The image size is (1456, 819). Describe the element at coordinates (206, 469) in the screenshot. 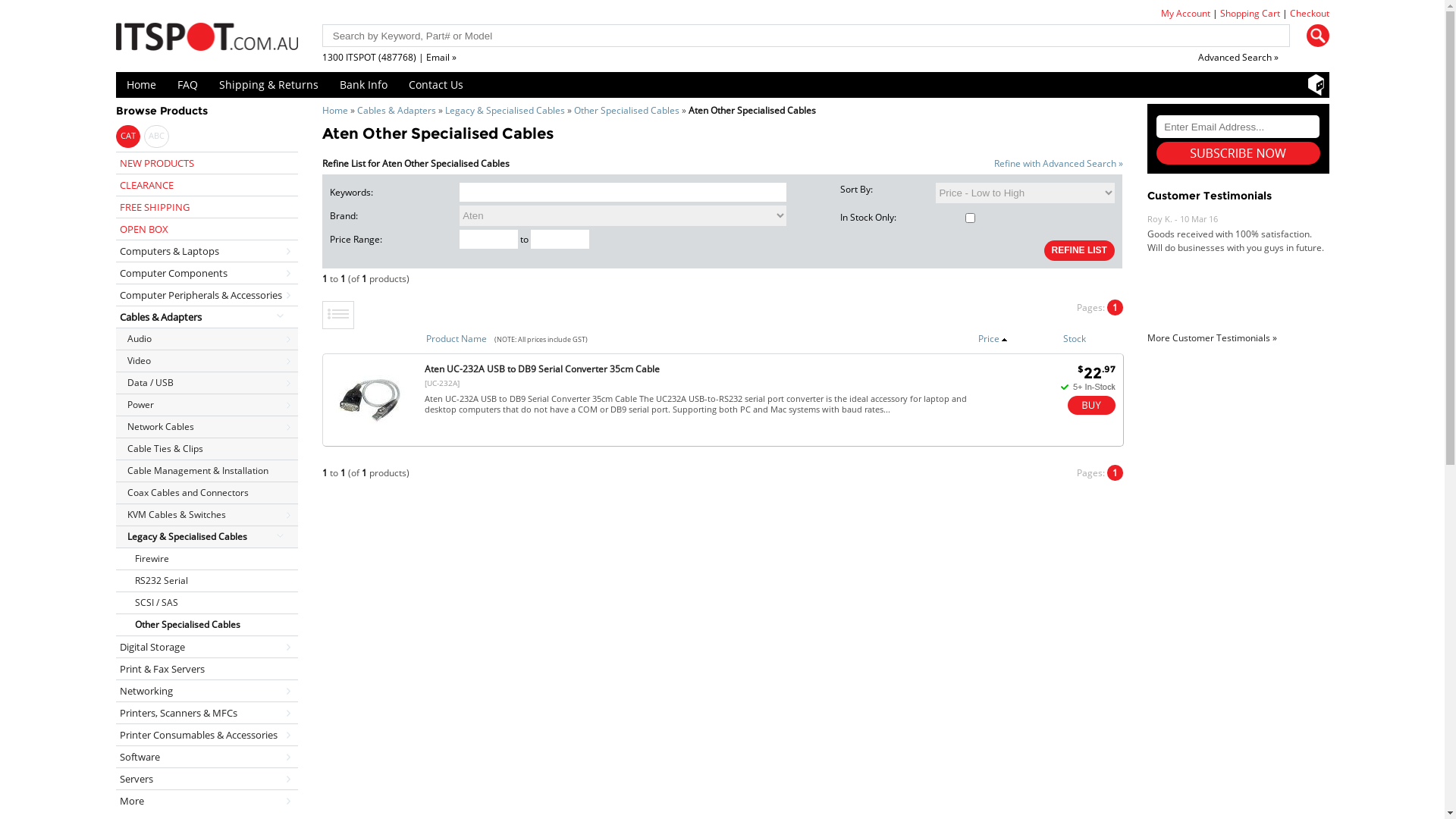

I see `'Cable Management & Installation'` at that location.